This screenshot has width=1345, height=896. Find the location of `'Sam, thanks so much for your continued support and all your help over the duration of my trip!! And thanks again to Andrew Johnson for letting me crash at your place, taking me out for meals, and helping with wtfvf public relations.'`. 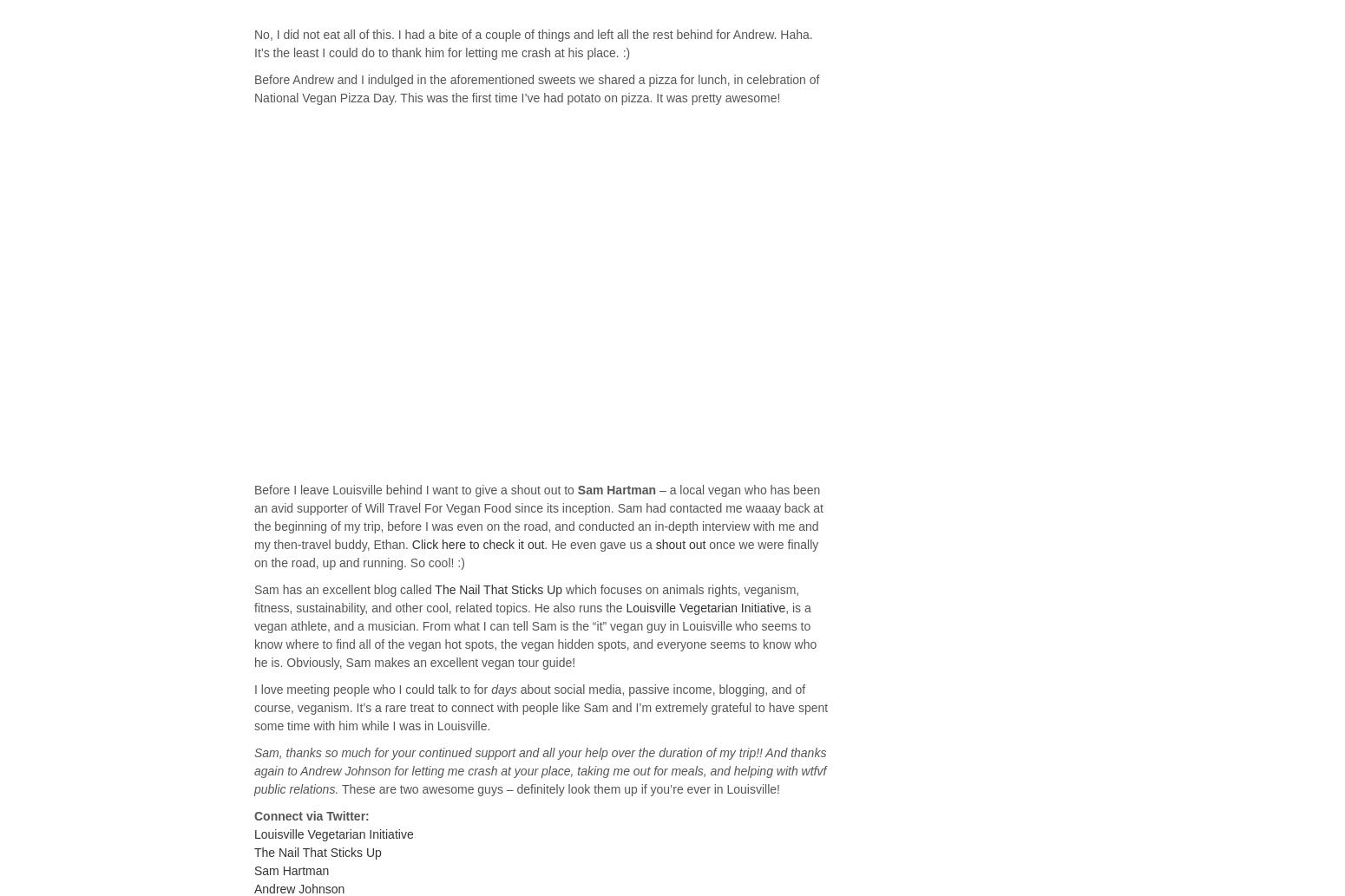

'Sam, thanks so much for your continued support and all your help over the duration of my trip!! And thanks again to Andrew Johnson for letting me crash at your place, taking me out for meals, and helping with wtfvf public relations.' is located at coordinates (253, 769).